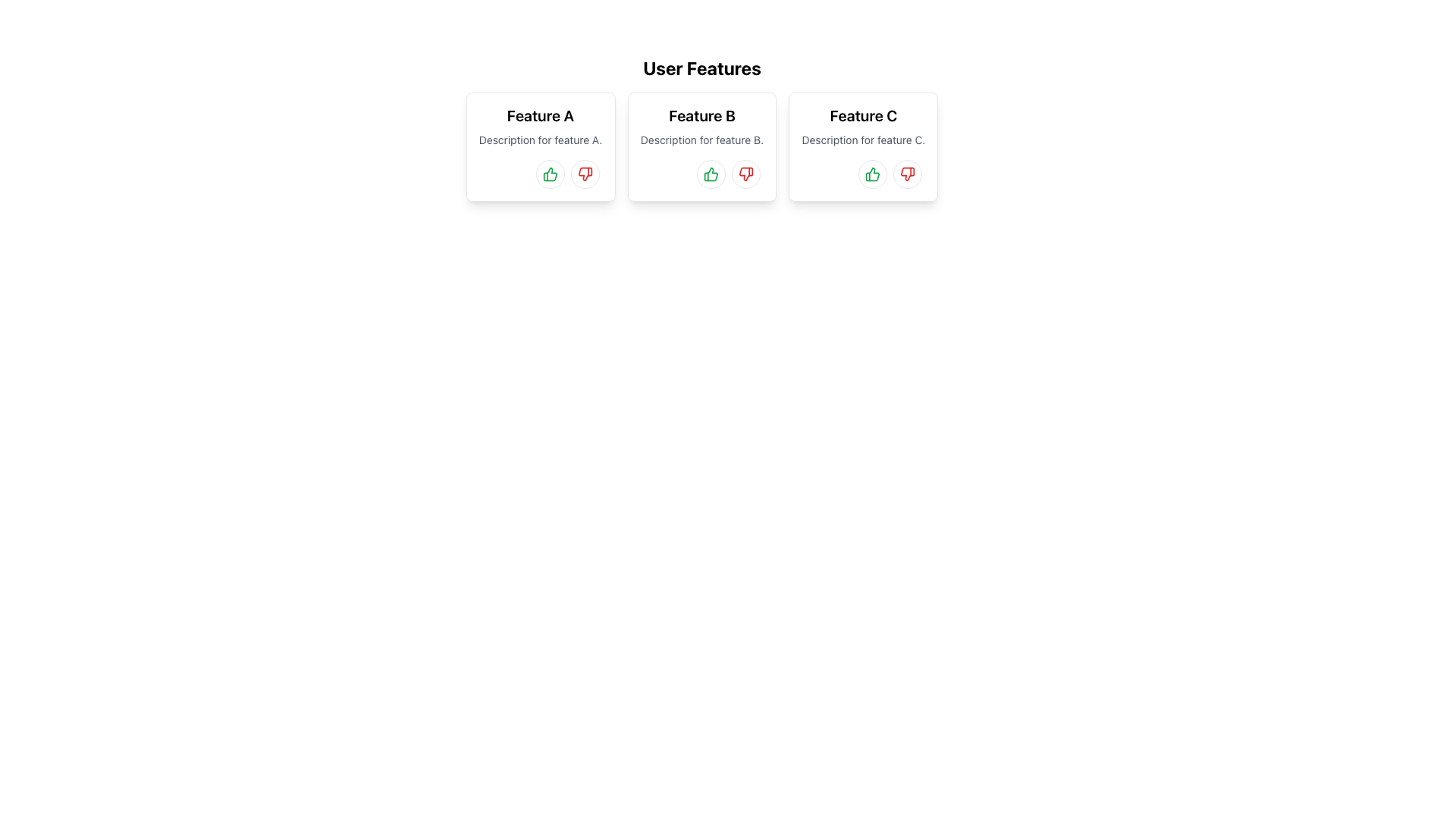 This screenshot has width=1456, height=819. Describe the element at coordinates (584, 174) in the screenshot. I see `the thumbs-down button located in the action panel at the bottom of the card for 'Feature A'` at that location.